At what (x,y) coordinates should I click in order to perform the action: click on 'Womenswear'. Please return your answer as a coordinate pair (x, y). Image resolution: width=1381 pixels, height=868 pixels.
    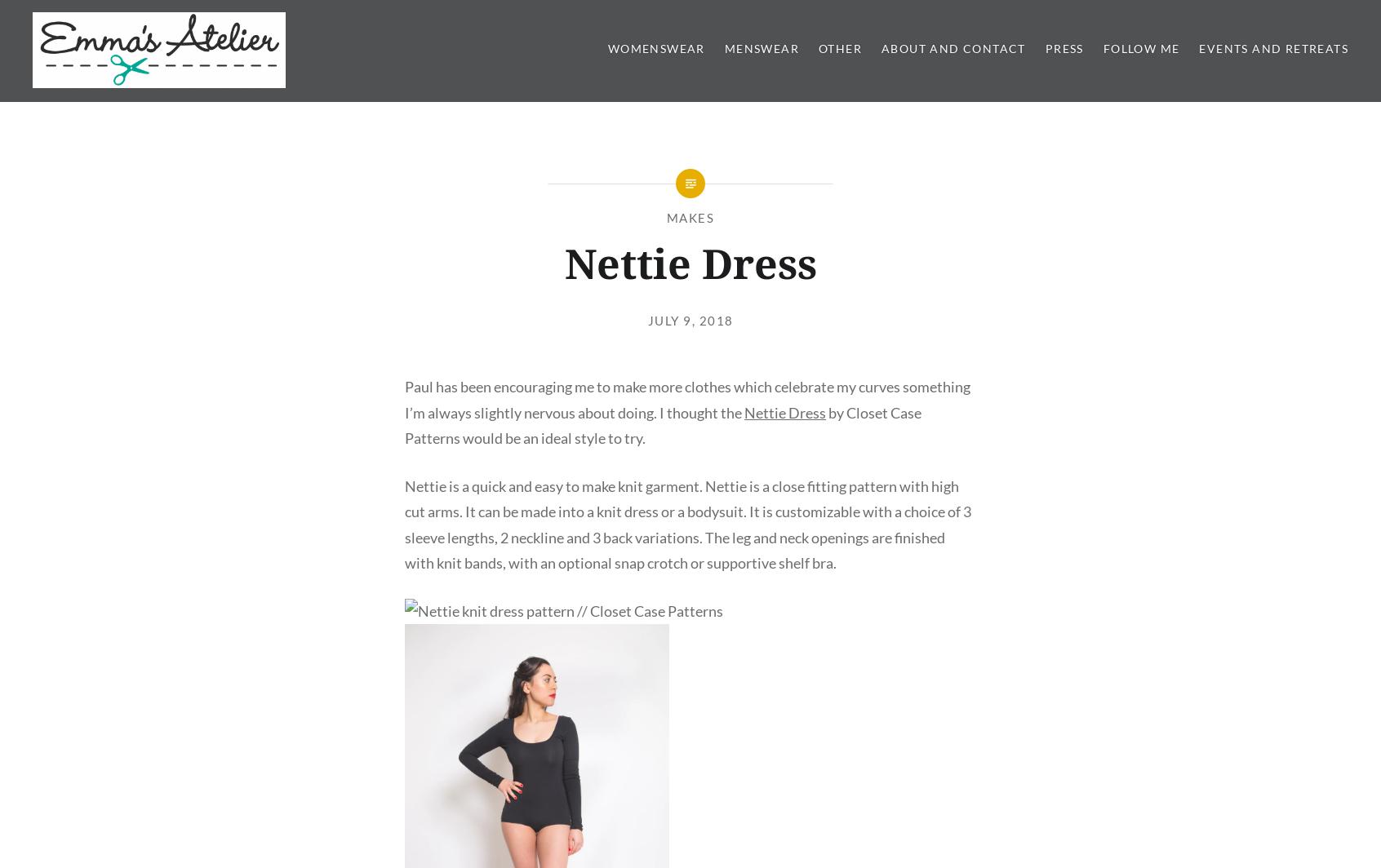
    Looking at the image, I should click on (655, 48).